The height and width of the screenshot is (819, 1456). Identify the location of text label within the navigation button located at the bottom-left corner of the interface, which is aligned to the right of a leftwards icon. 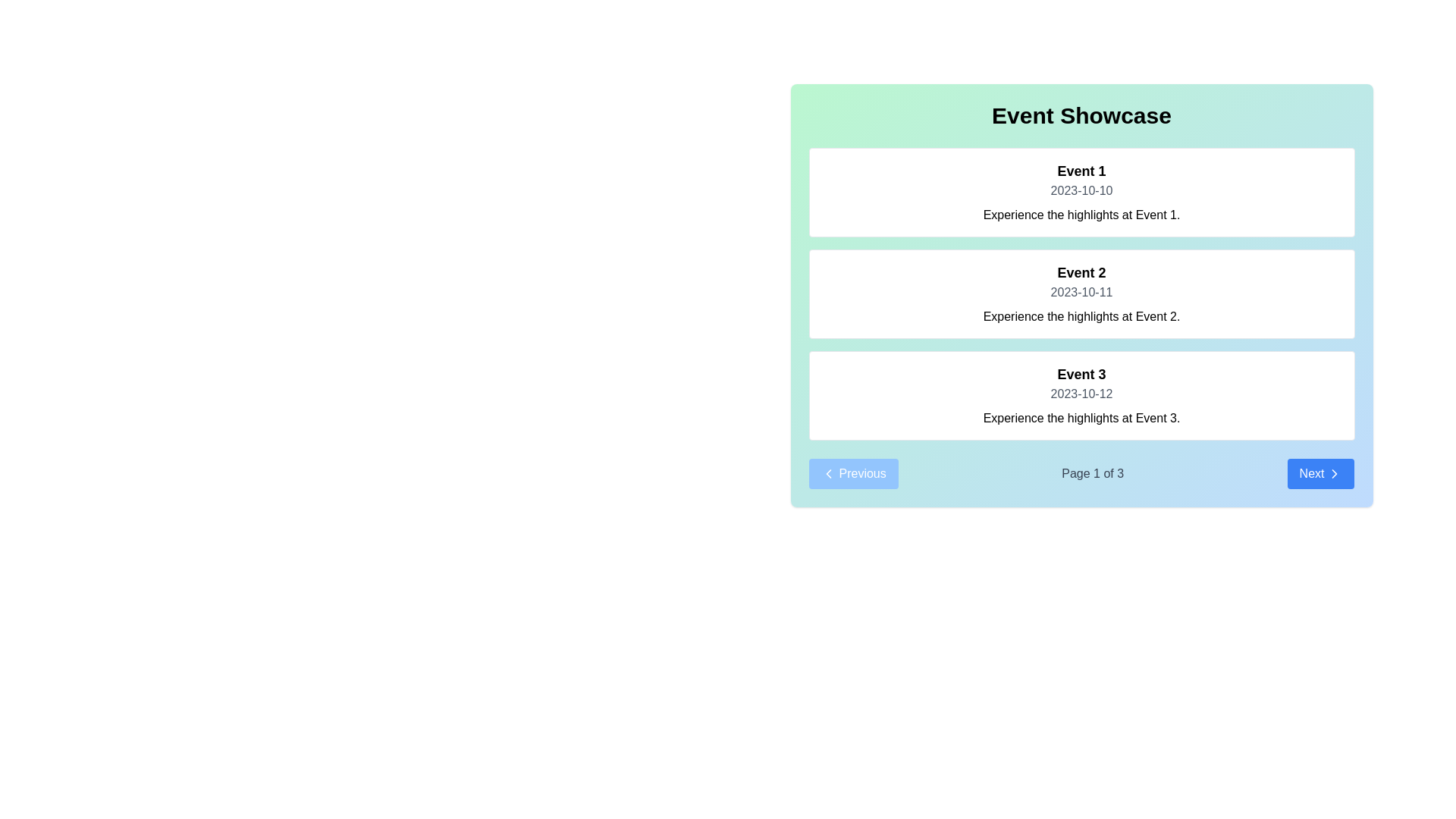
(862, 472).